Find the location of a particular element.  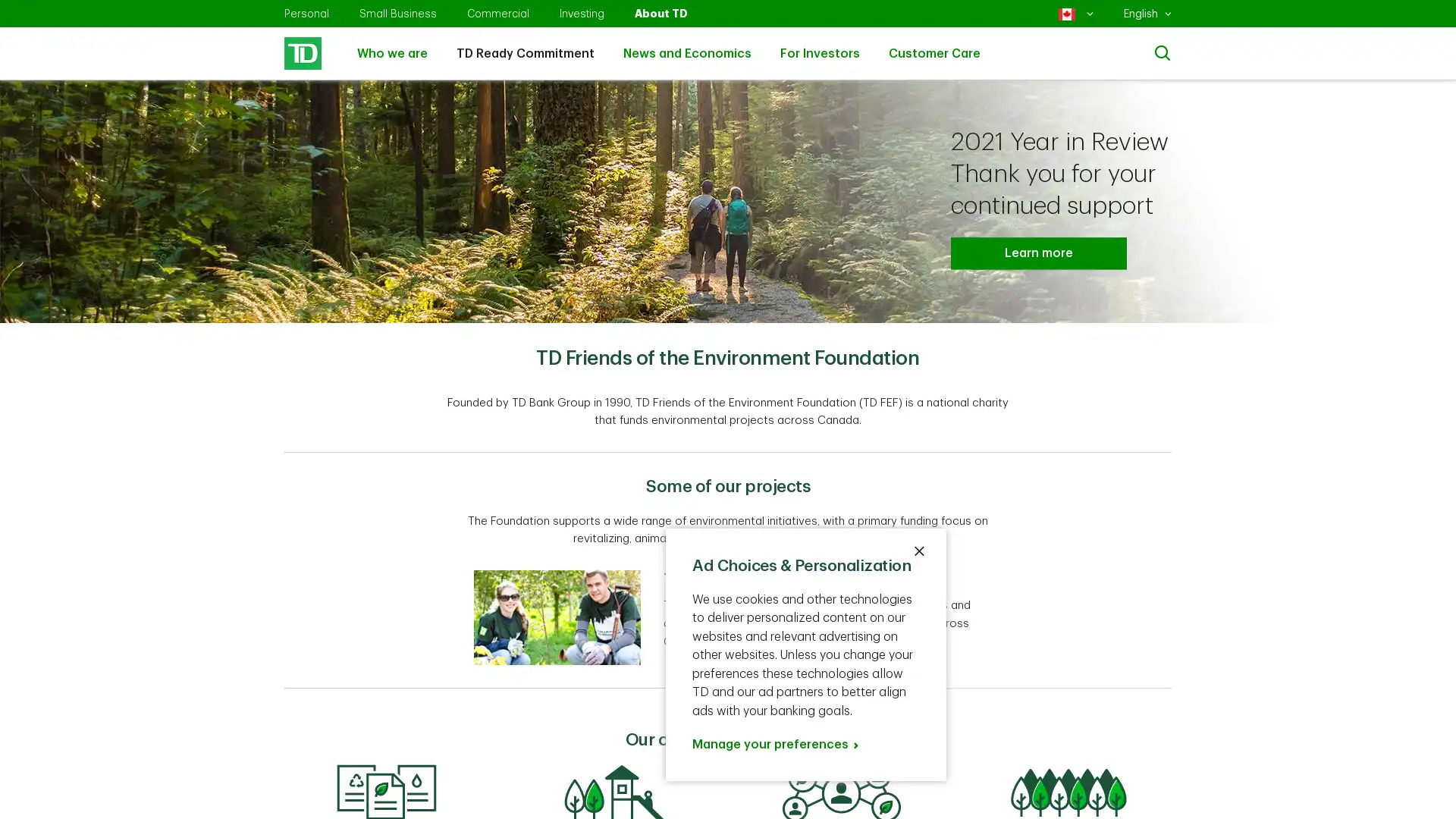

Learn more is located at coordinates (1037, 253).